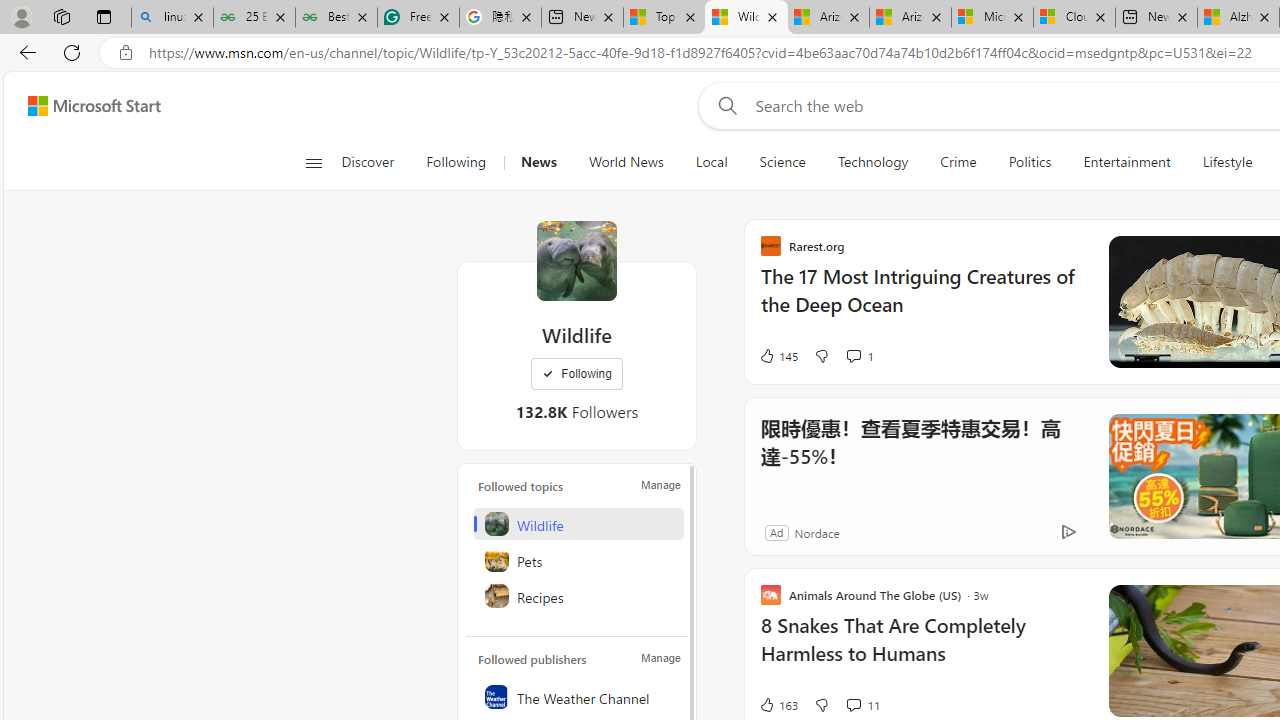 Image resolution: width=1280 pixels, height=720 pixels. Describe the element at coordinates (862, 703) in the screenshot. I see `'View comments 11 Comment'` at that location.